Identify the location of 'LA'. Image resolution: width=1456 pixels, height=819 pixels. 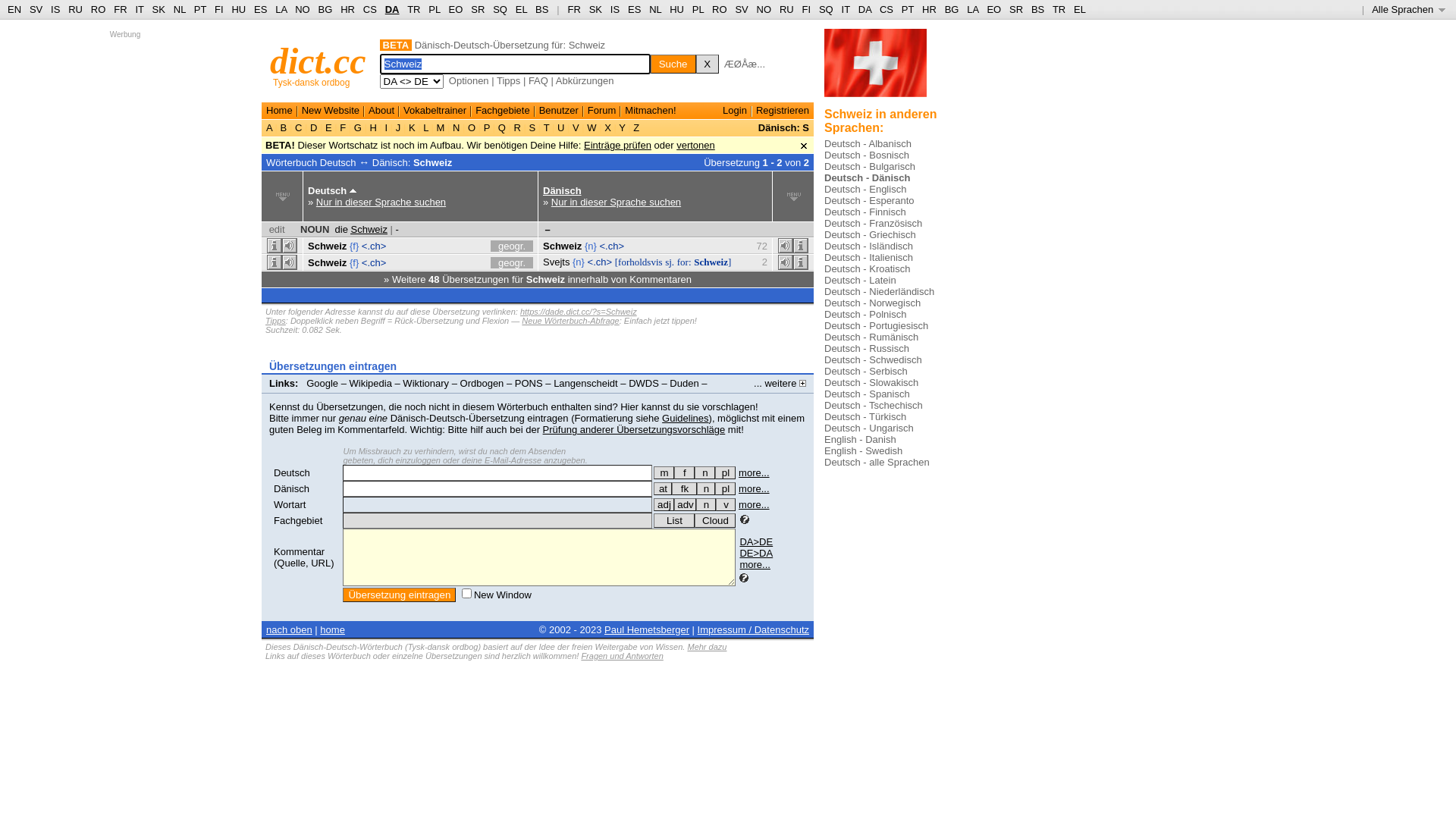
(281, 9).